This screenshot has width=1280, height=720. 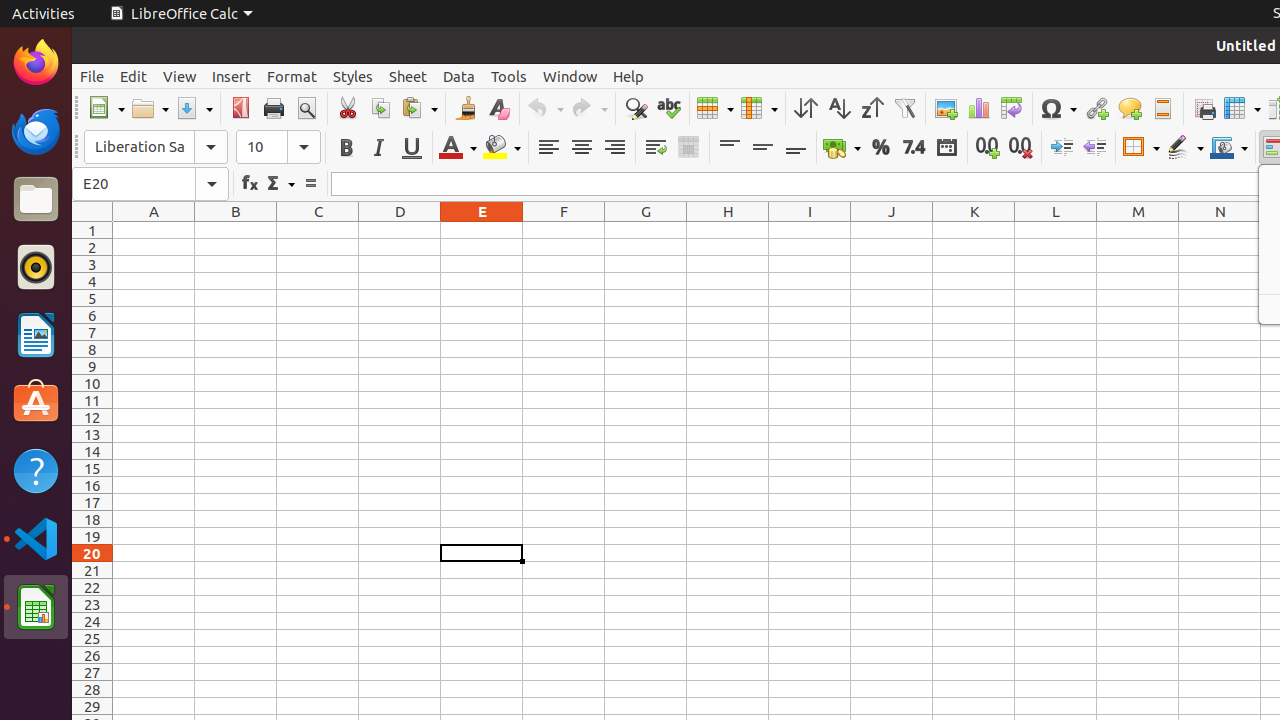 I want to click on 'Firefox Web Browser', so click(x=35, y=61).